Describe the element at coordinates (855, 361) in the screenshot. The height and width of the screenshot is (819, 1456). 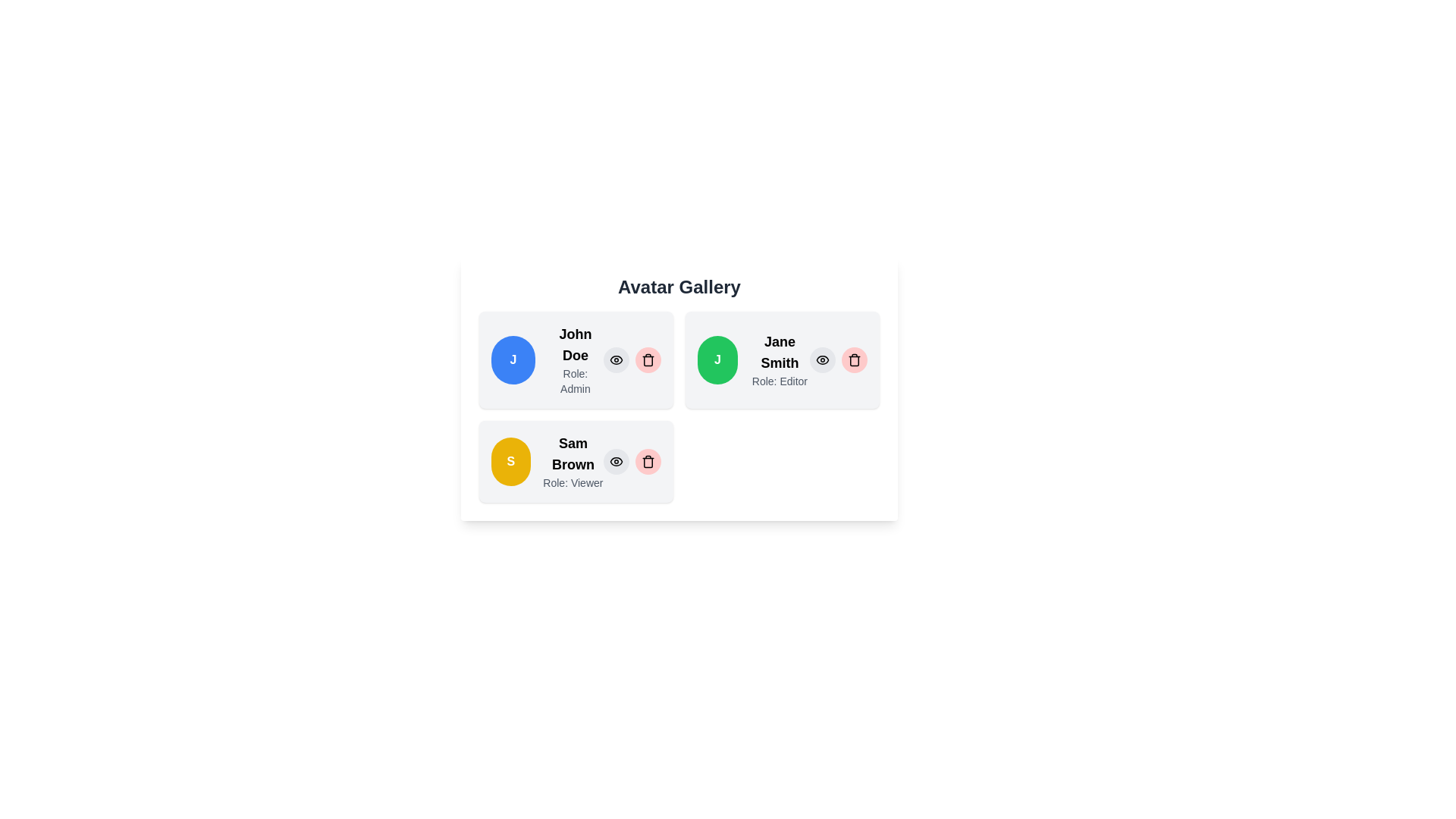
I see `the Trash Bin icon that represents the delete action for user 'Jane Smith', located at the far right of their row` at that location.